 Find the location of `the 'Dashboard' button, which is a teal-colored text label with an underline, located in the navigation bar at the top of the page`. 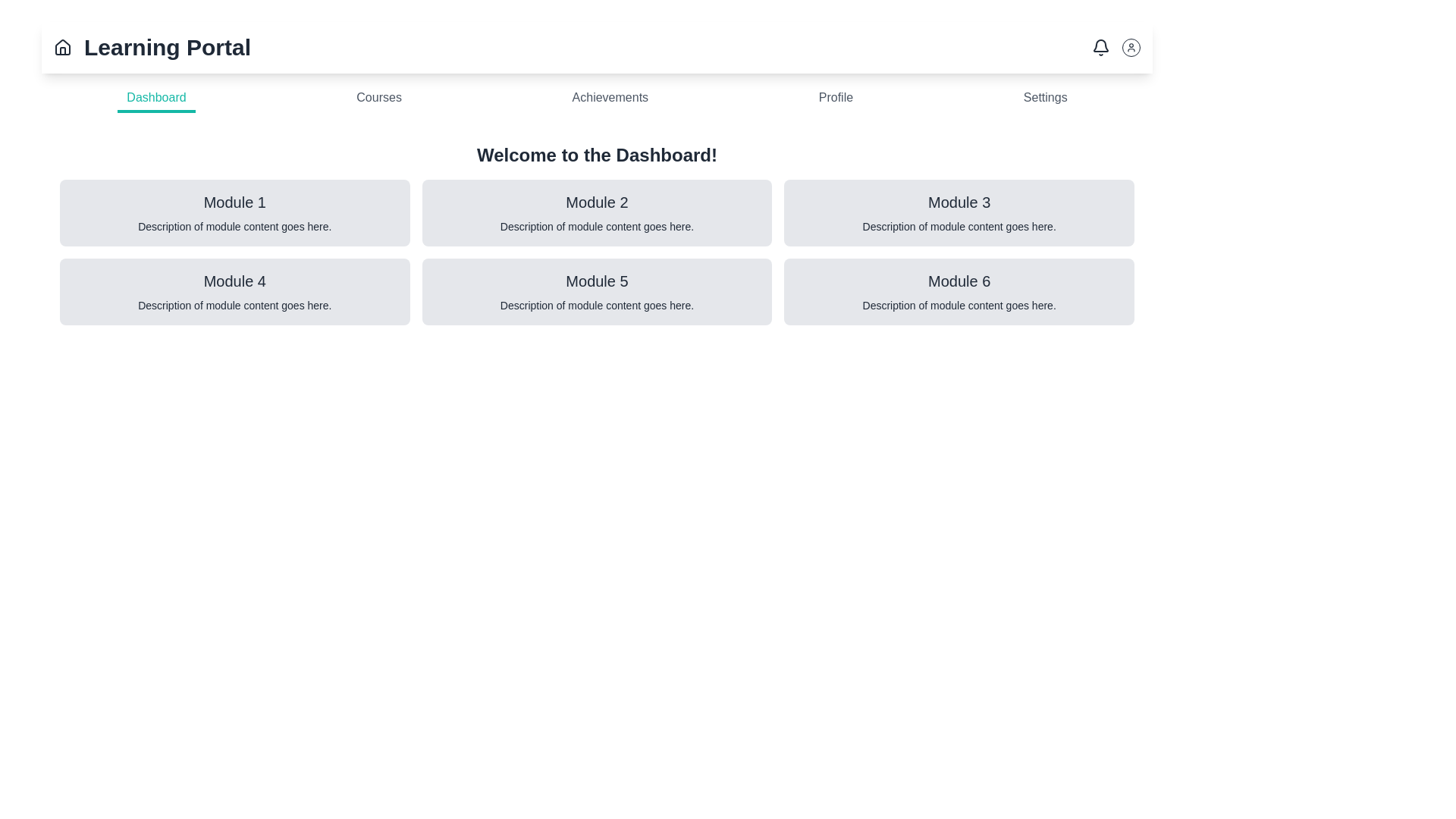

the 'Dashboard' button, which is a teal-colored text label with an underline, located in the navigation bar at the top of the page is located at coordinates (156, 99).